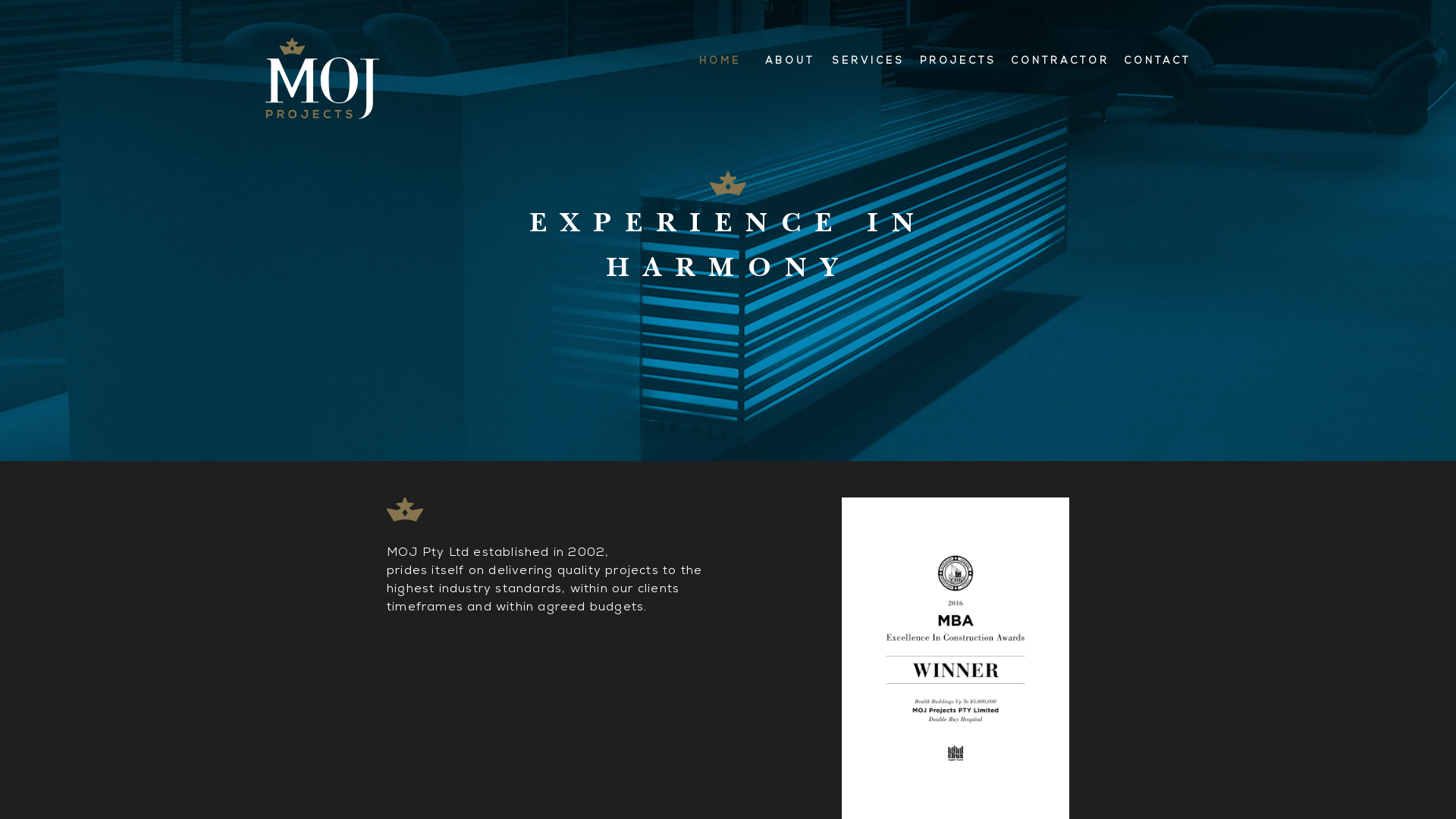 The image size is (1456, 819). What do you see at coordinates (755, 61) in the screenshot?
I see `'ABOUT'` at bounding box center [755, 61].